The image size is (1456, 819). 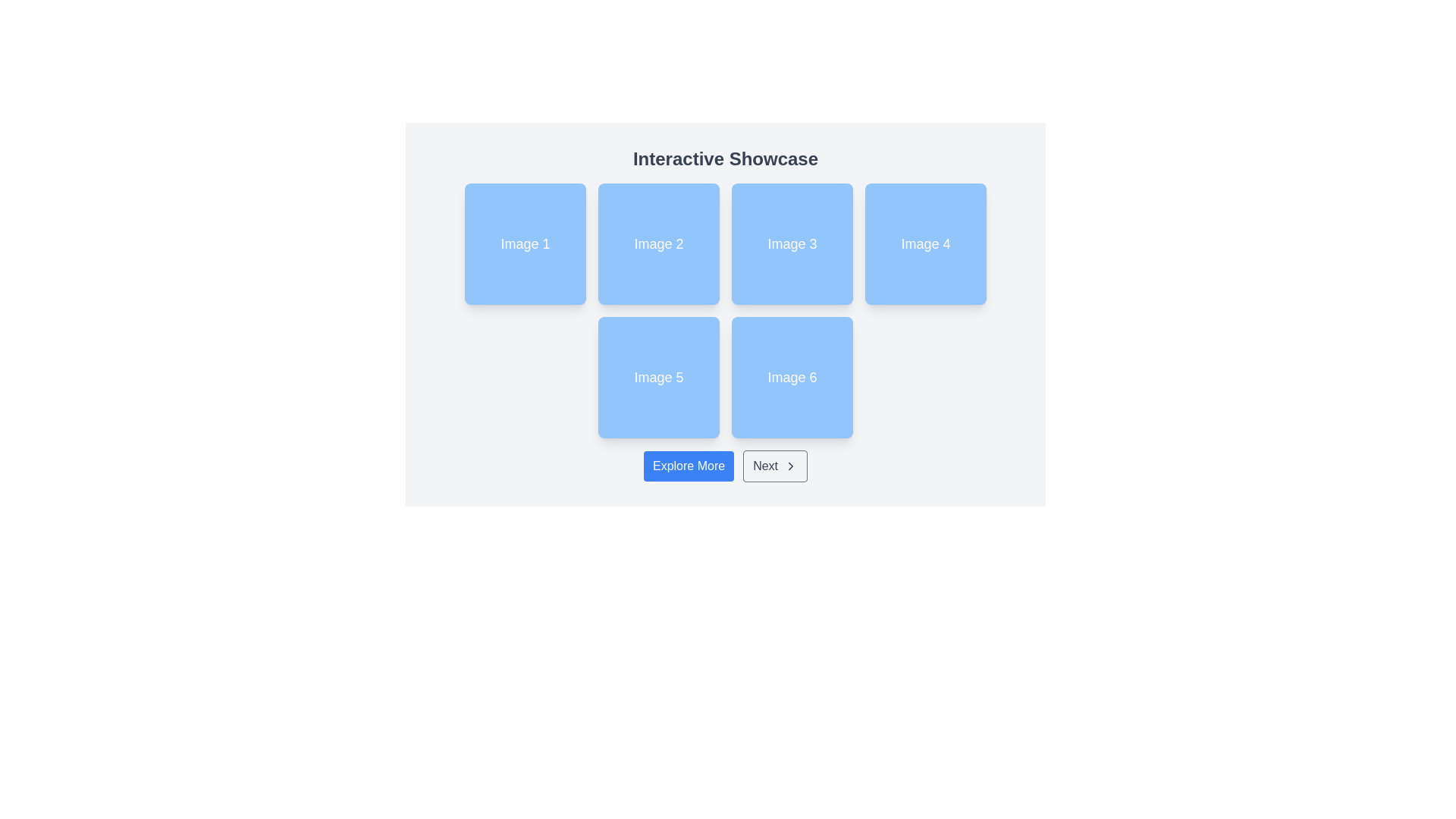 What do you see at coordinates (775, 465) in the screenshot?
I see `the button located directly to the right of the 'Explore More' button` at bounding box center [775, 465].